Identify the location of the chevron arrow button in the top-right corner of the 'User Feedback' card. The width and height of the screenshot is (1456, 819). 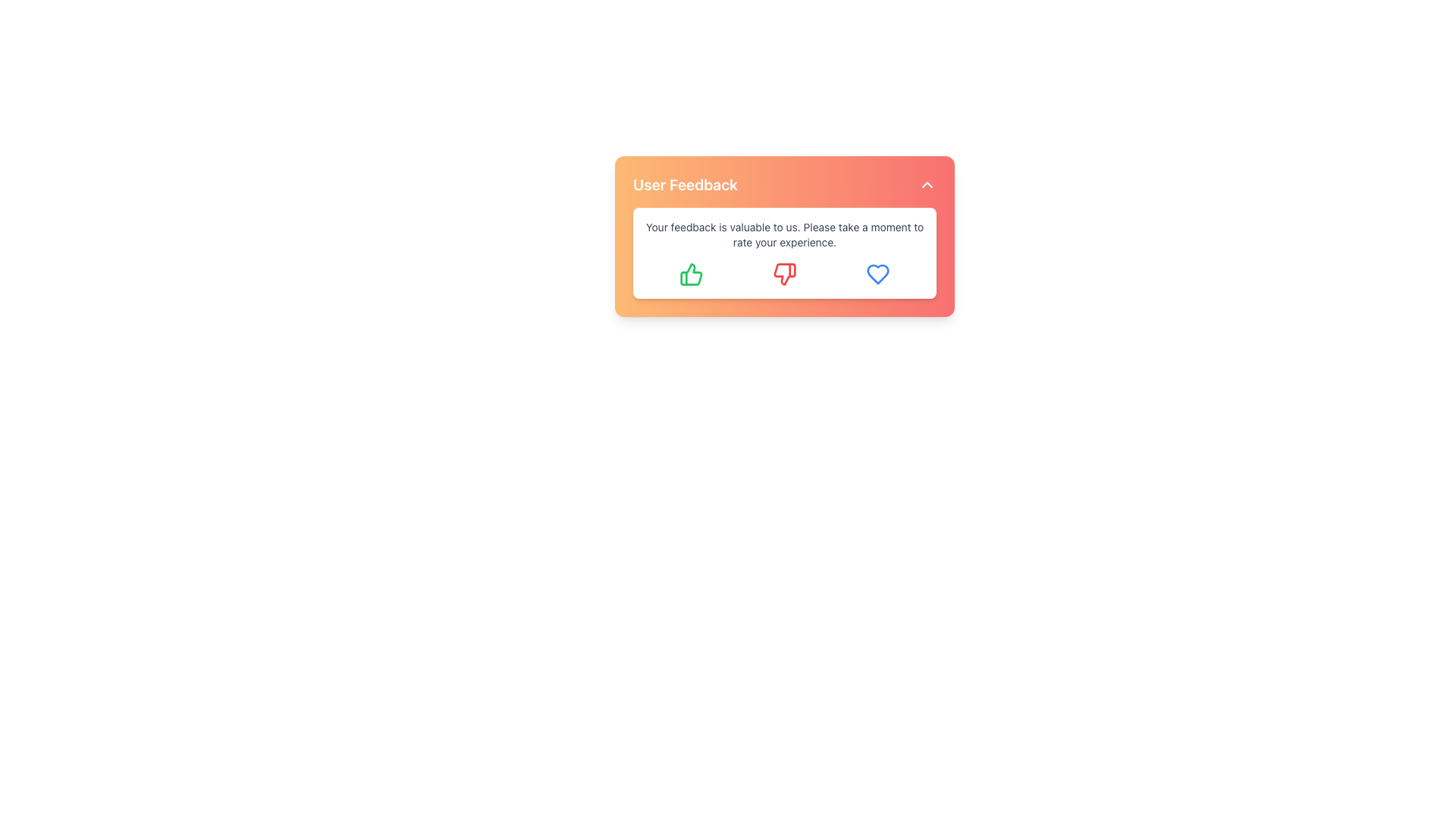
(927, 184).